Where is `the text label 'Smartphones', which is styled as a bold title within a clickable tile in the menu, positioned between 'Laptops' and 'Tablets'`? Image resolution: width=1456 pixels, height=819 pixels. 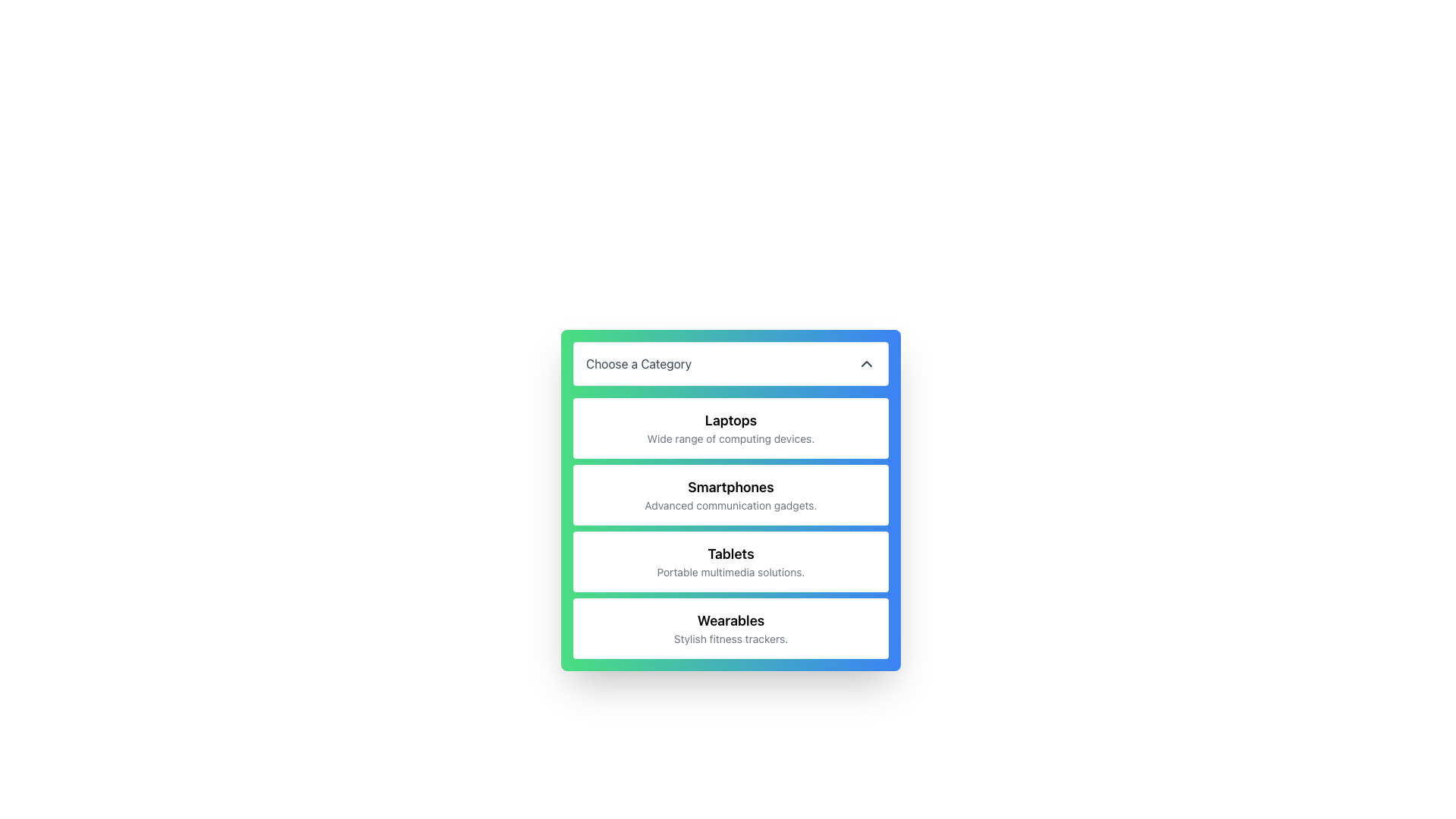
the text label 'Smartphones', which is styled as a bold title within a clickable tile in the menu, positioned between 'Laptops' and 'Tablets' is located at coordinates (731, 488).